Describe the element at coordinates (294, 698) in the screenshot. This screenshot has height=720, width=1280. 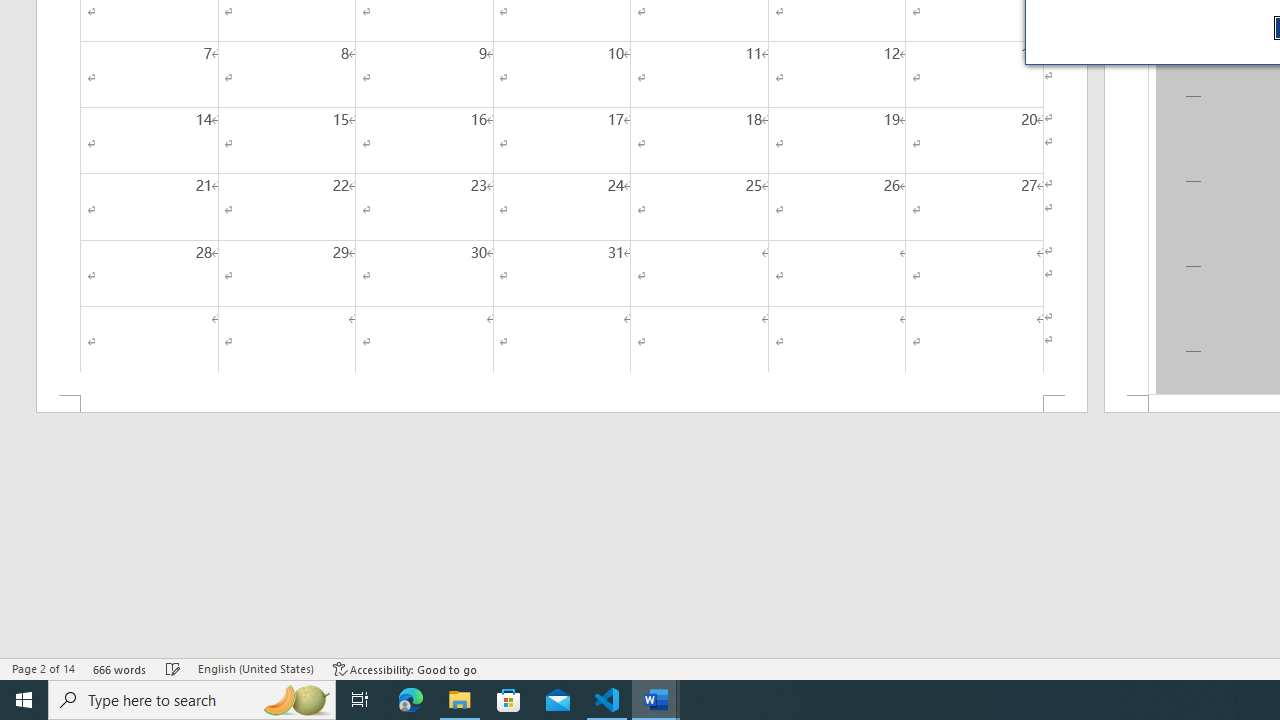
I see `'Search highlights icon opens search home window'` at that location.